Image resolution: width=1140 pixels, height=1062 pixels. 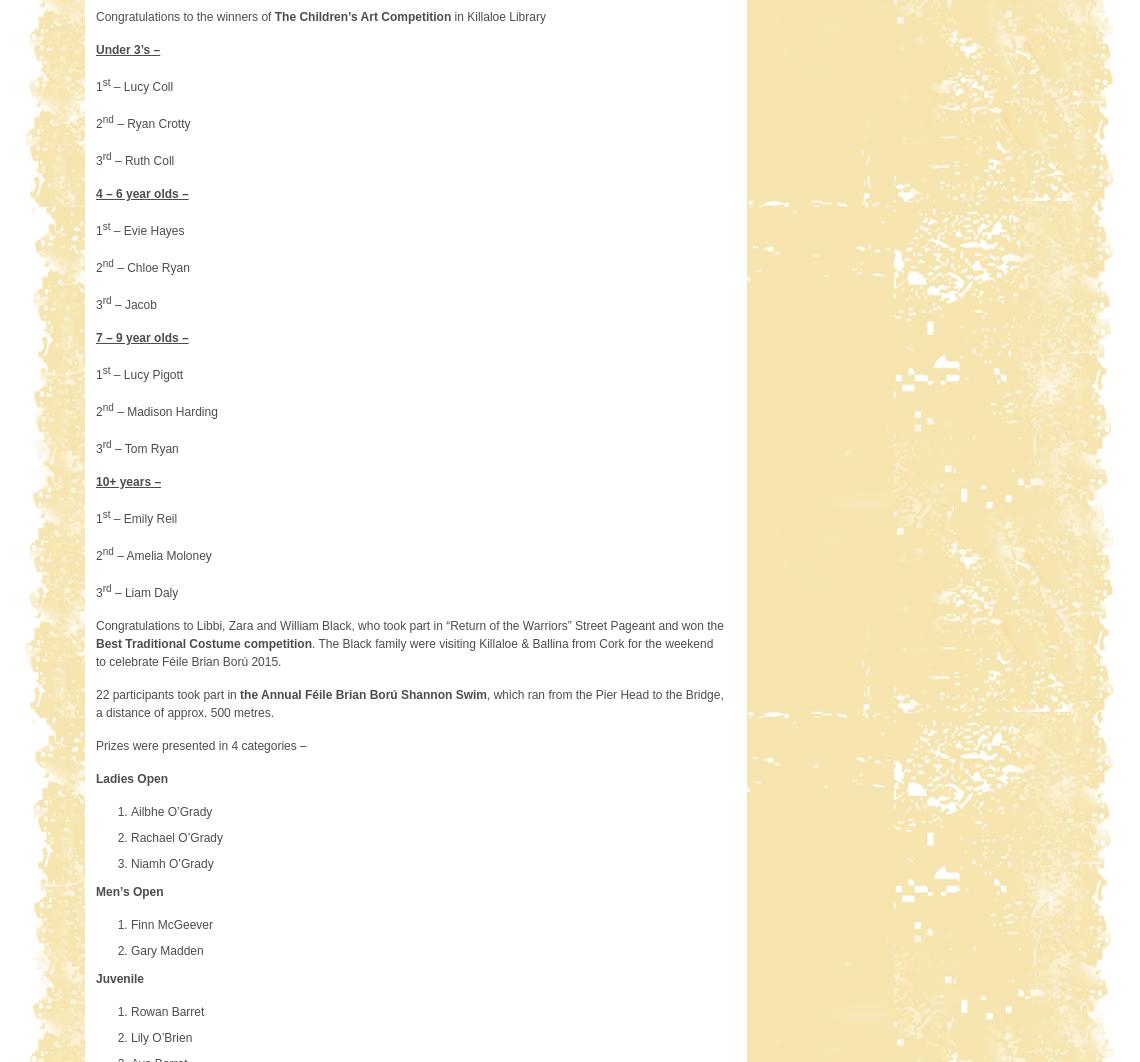 I want to click on 'Congratulations to the winners of', so click(x=94, y=16).